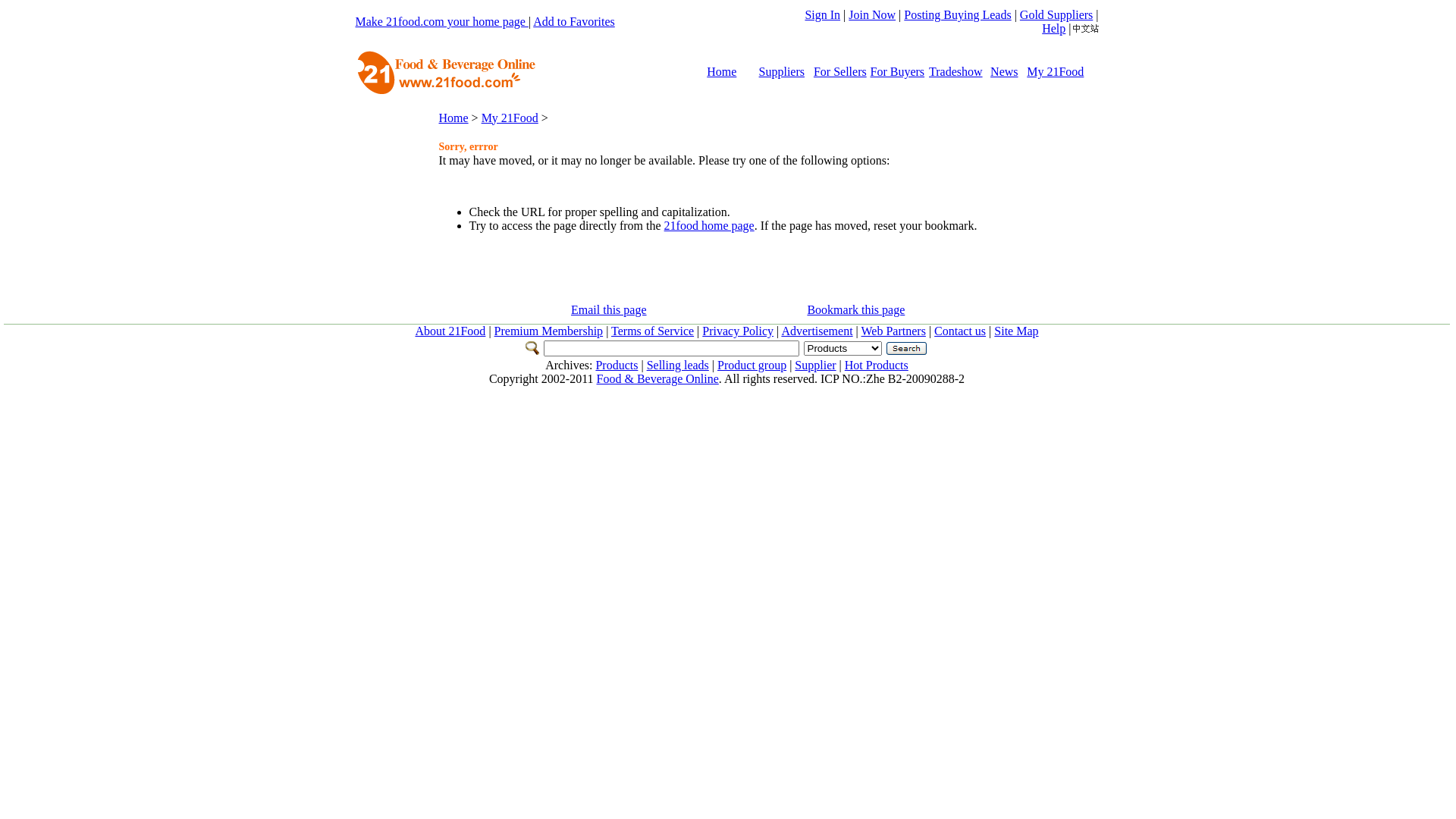 The width and height of the screenshot is (1456, 819). Describe the element at coordinates (956, 14) in the screenshot. I see `'Posting Buying Leads'` at that location.